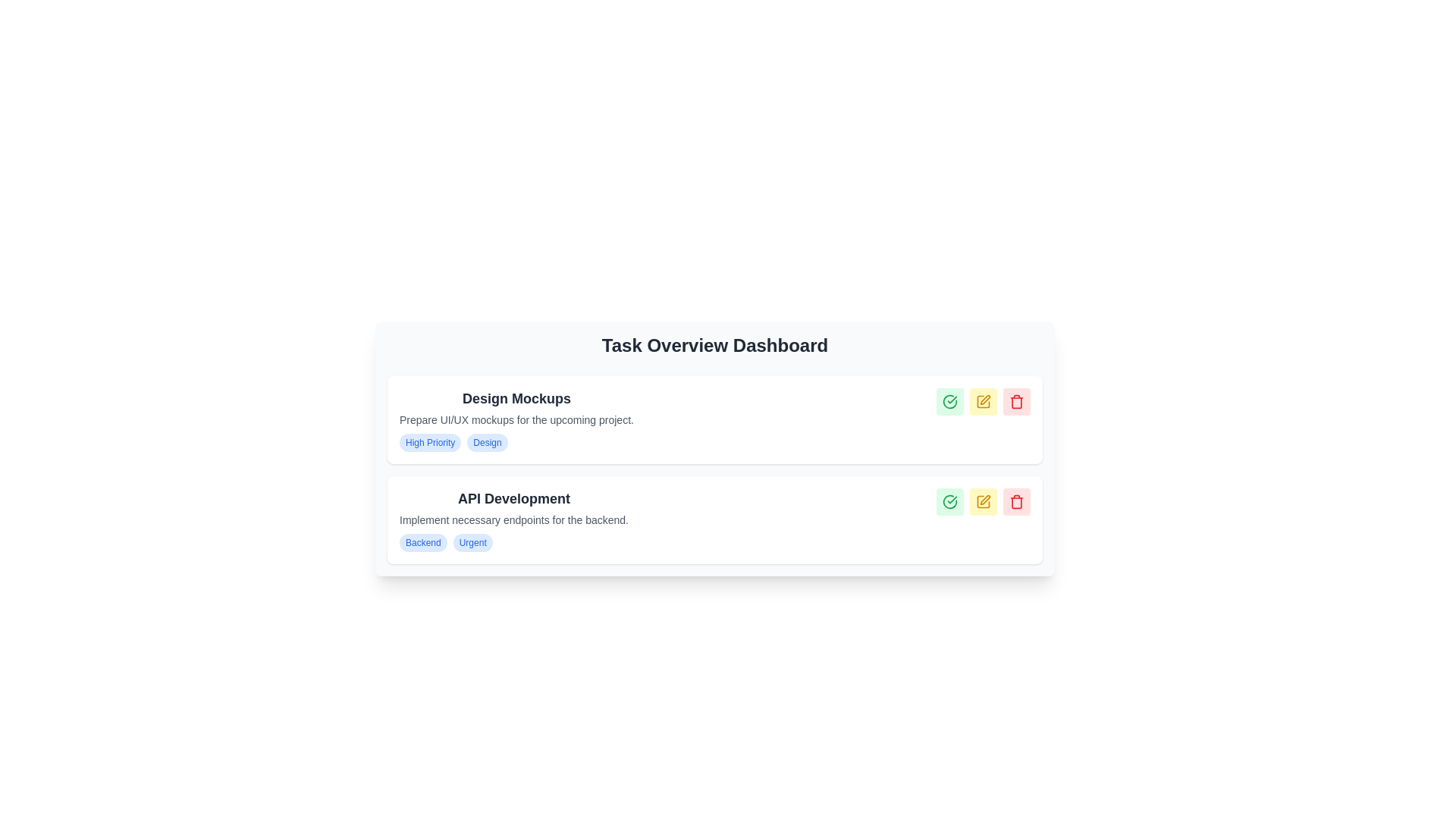  I want to click on the edit button located in the second task card under the 'API Development' section to initiate an editing action, so click(985, 500).